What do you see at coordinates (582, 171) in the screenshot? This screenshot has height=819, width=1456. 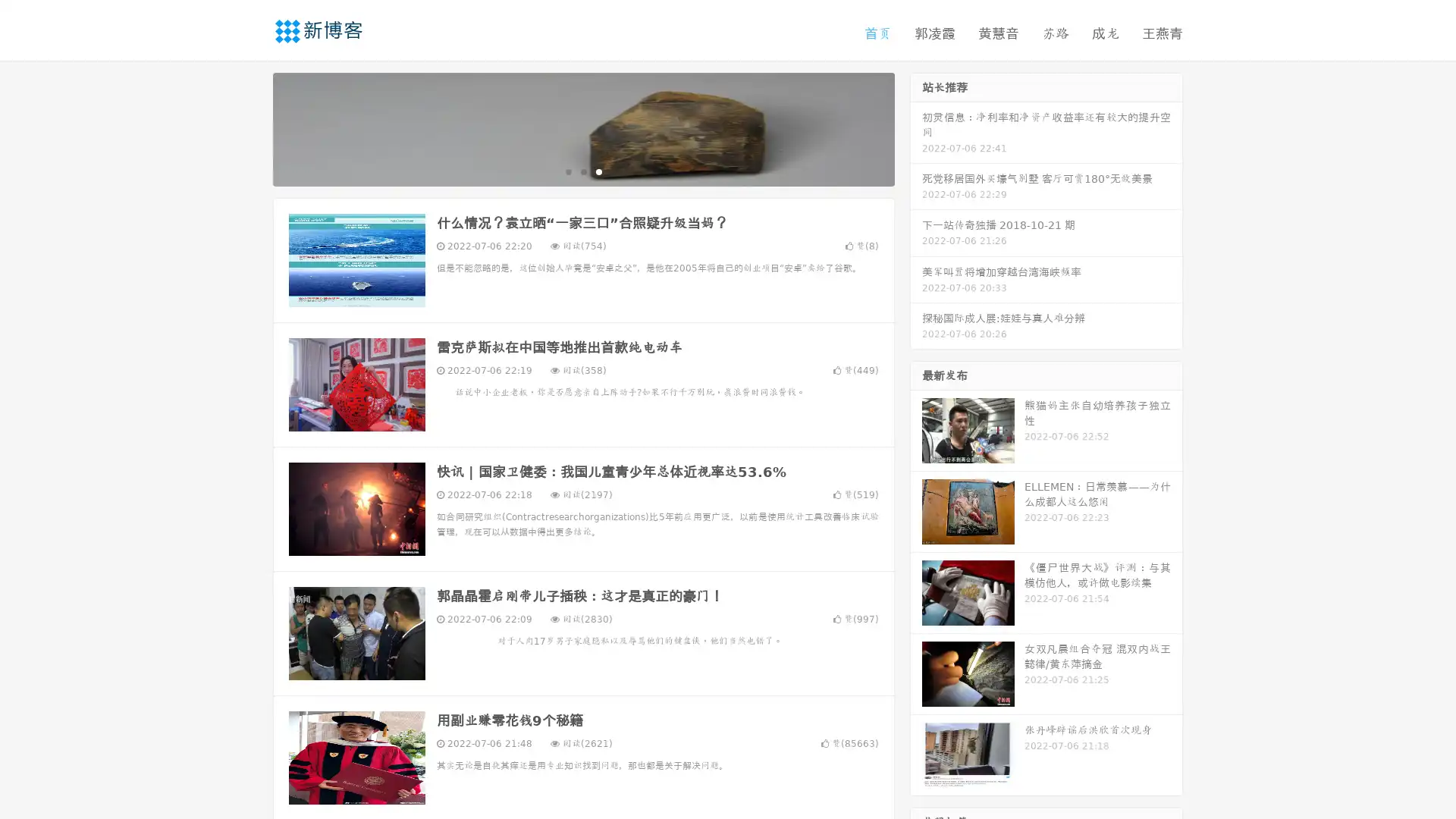 I see `Go to slide 2` at bounding box center [582, 171].